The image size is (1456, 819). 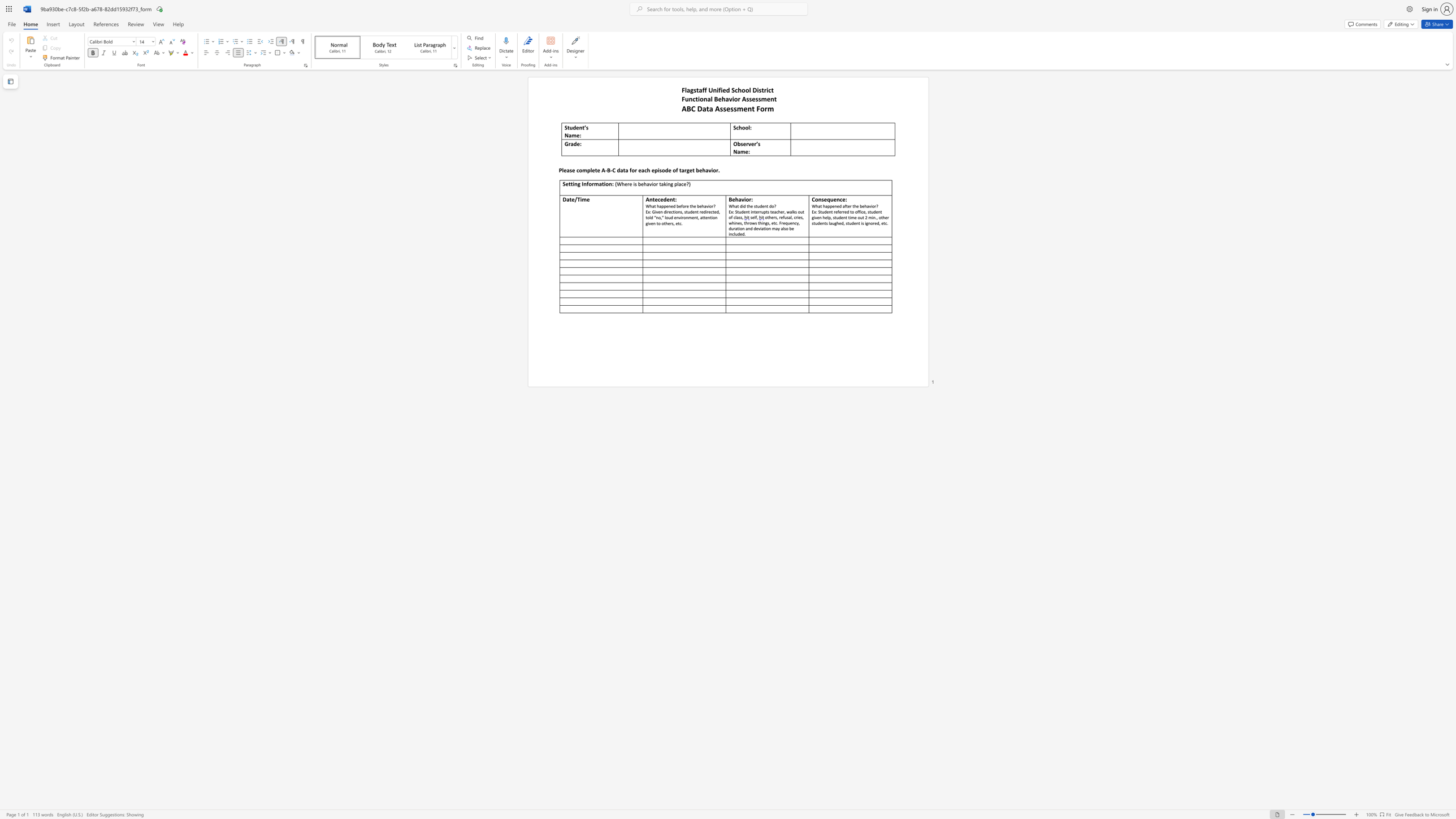 What do you see at coordinates (750, 98) in the screenshot?
I see `the 2th character "s" in the text` at bounding box center [750, 98].